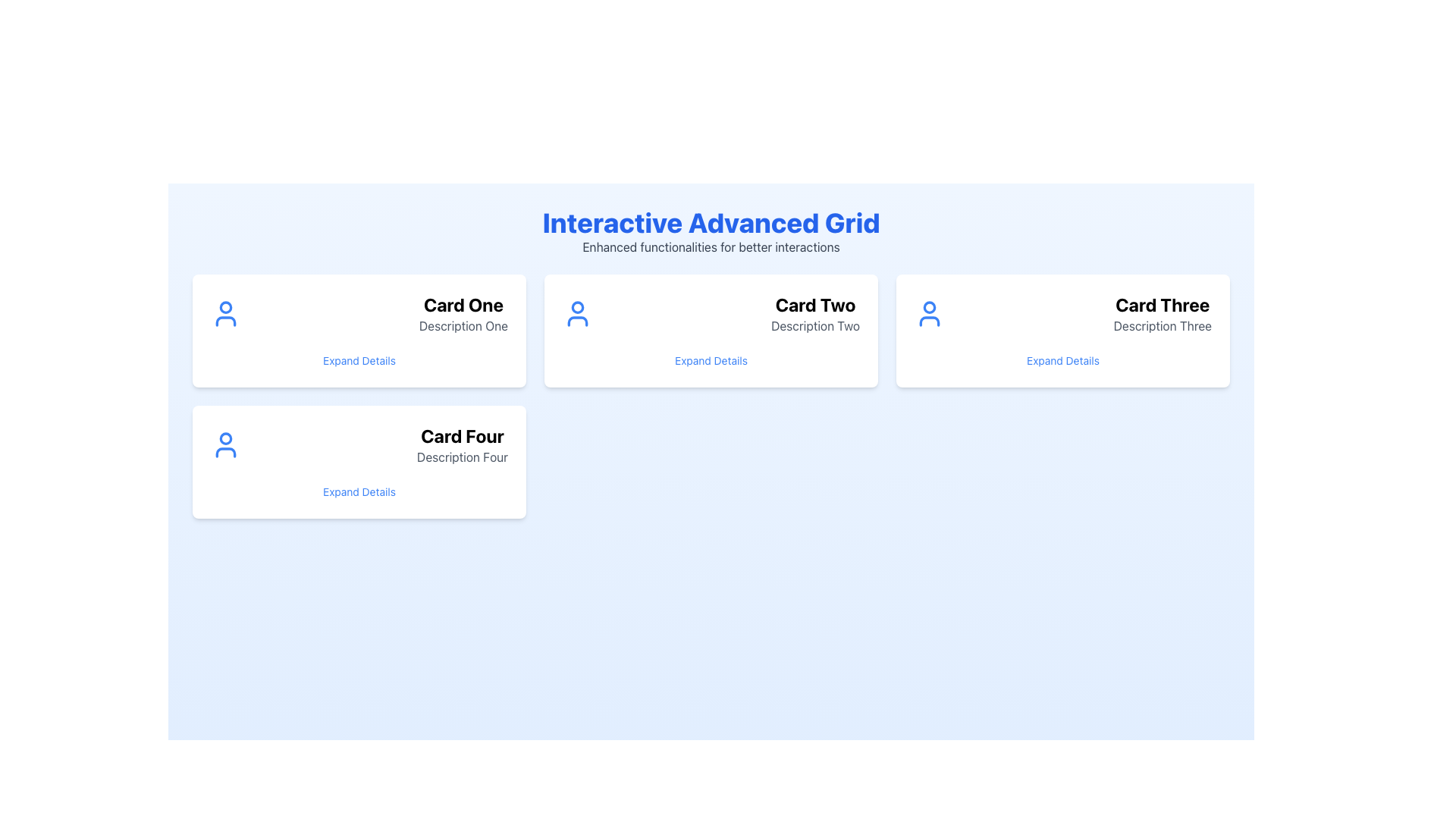 The height and width of the screenshot is (819, 1456). Describe the element at coordinates (928, 307) in the screenshot. I see `the circular user profile icon located in the 'Card Three' section` at that location.